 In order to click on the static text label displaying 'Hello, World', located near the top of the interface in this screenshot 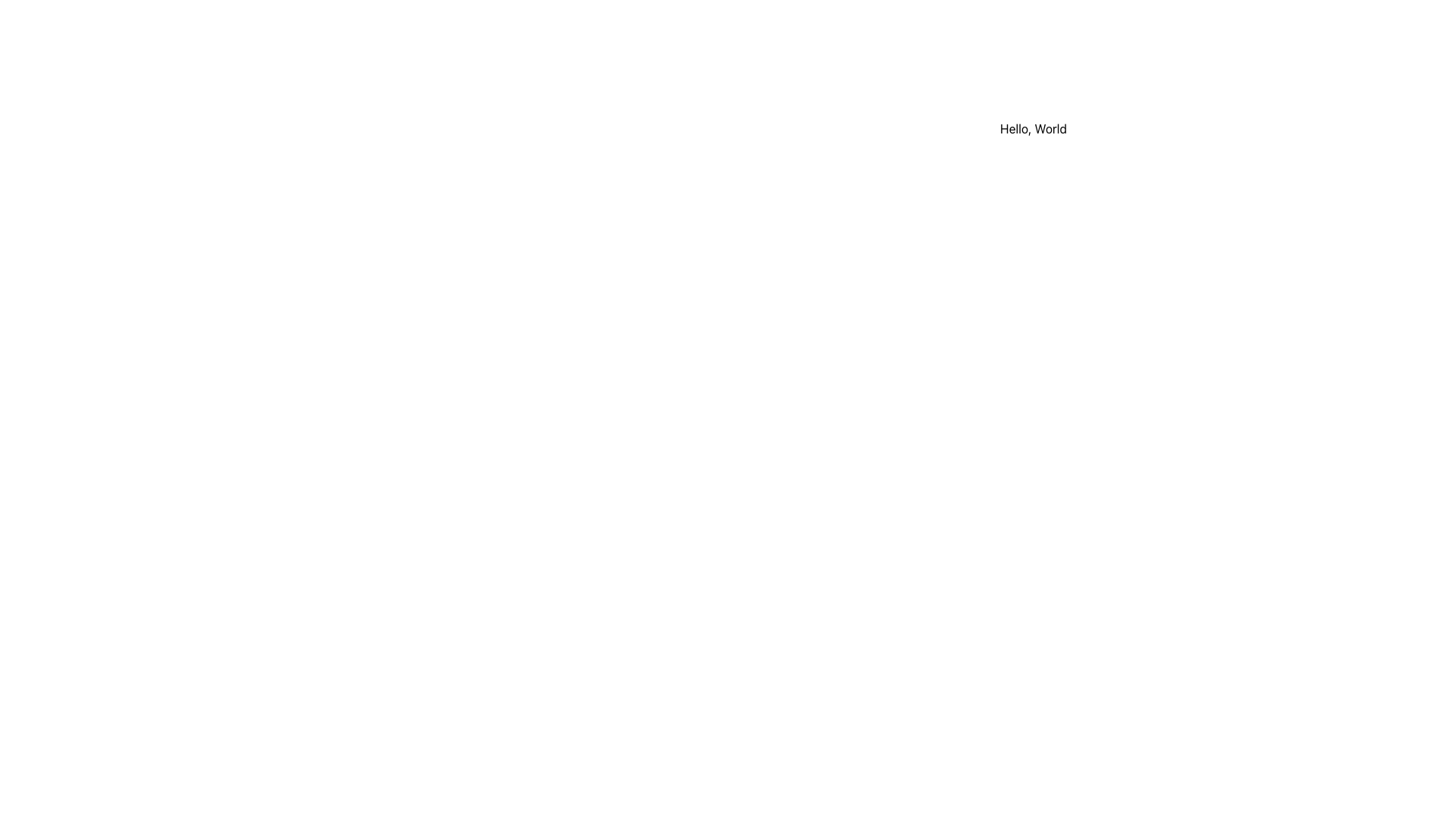, I will do `click(1033, 127)`.